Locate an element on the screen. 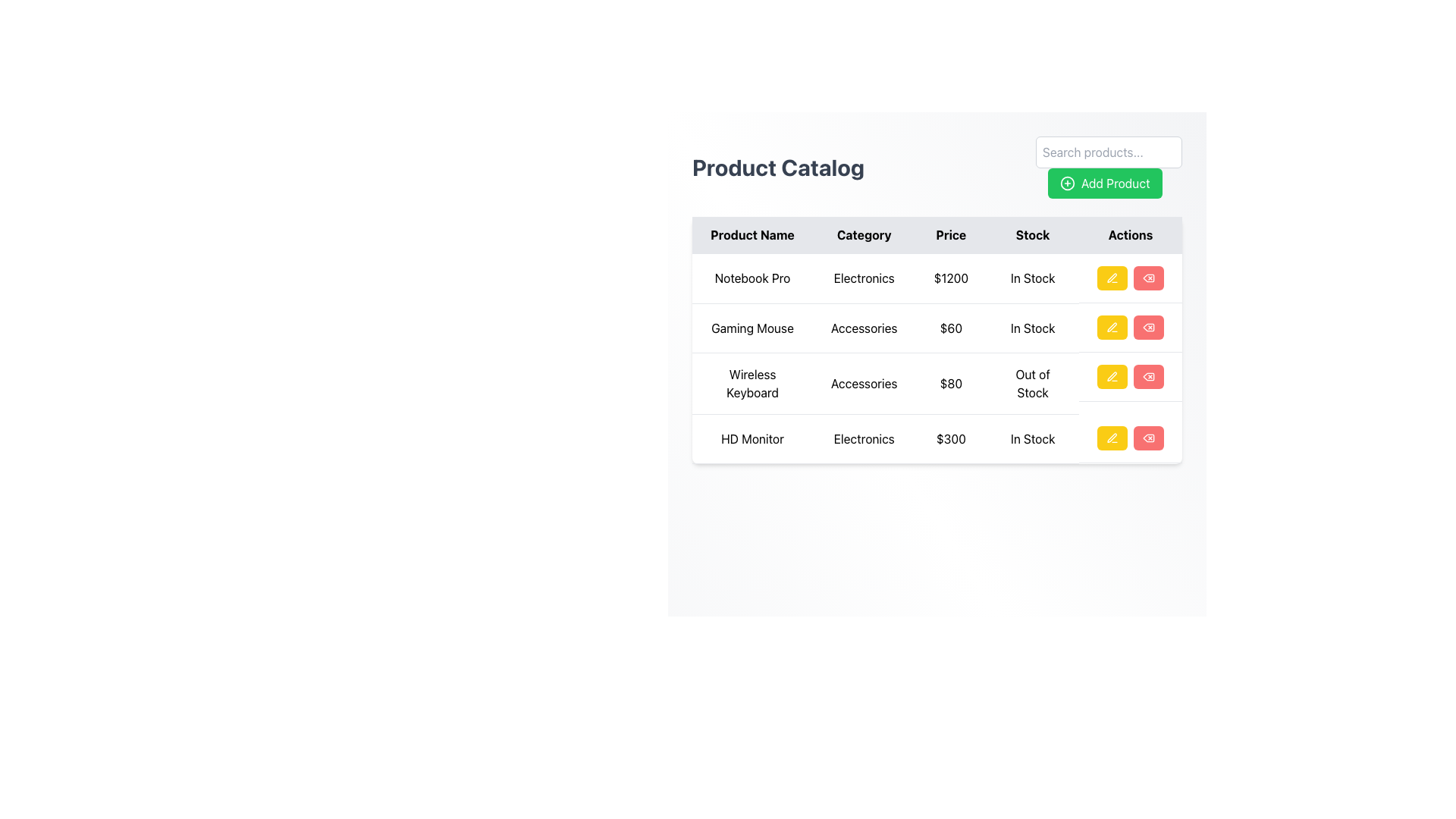 The height and width of the screenshot is (819, 1456). the Text Label that serves as the column header for product names, located at the top-left corner of the table is located at coordinates (752, 235).